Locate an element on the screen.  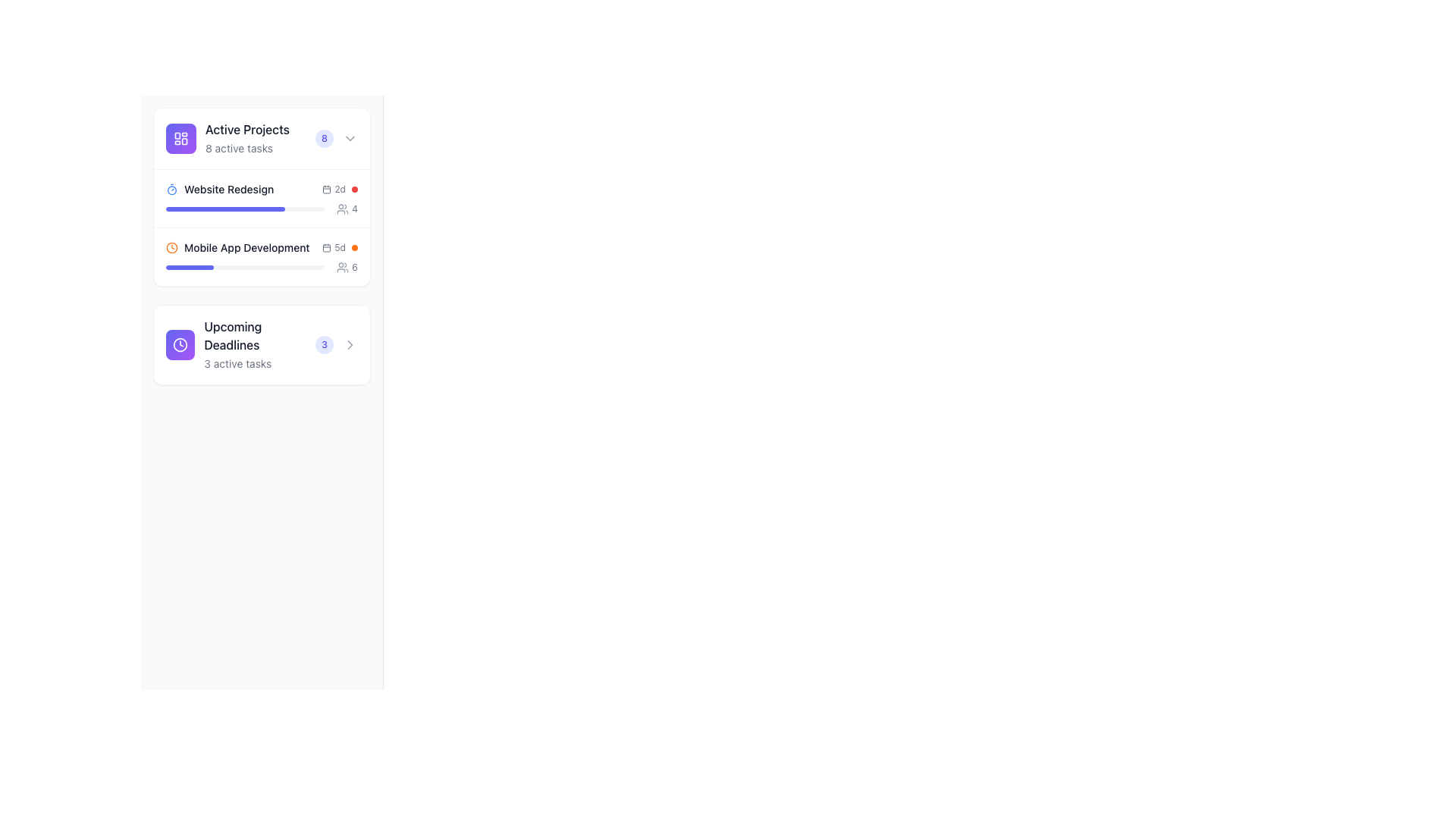
the clock icon represented by the circular outline of the SVG Circle Component located next to 'Website Redesign' is located at coordinates (180, 345).